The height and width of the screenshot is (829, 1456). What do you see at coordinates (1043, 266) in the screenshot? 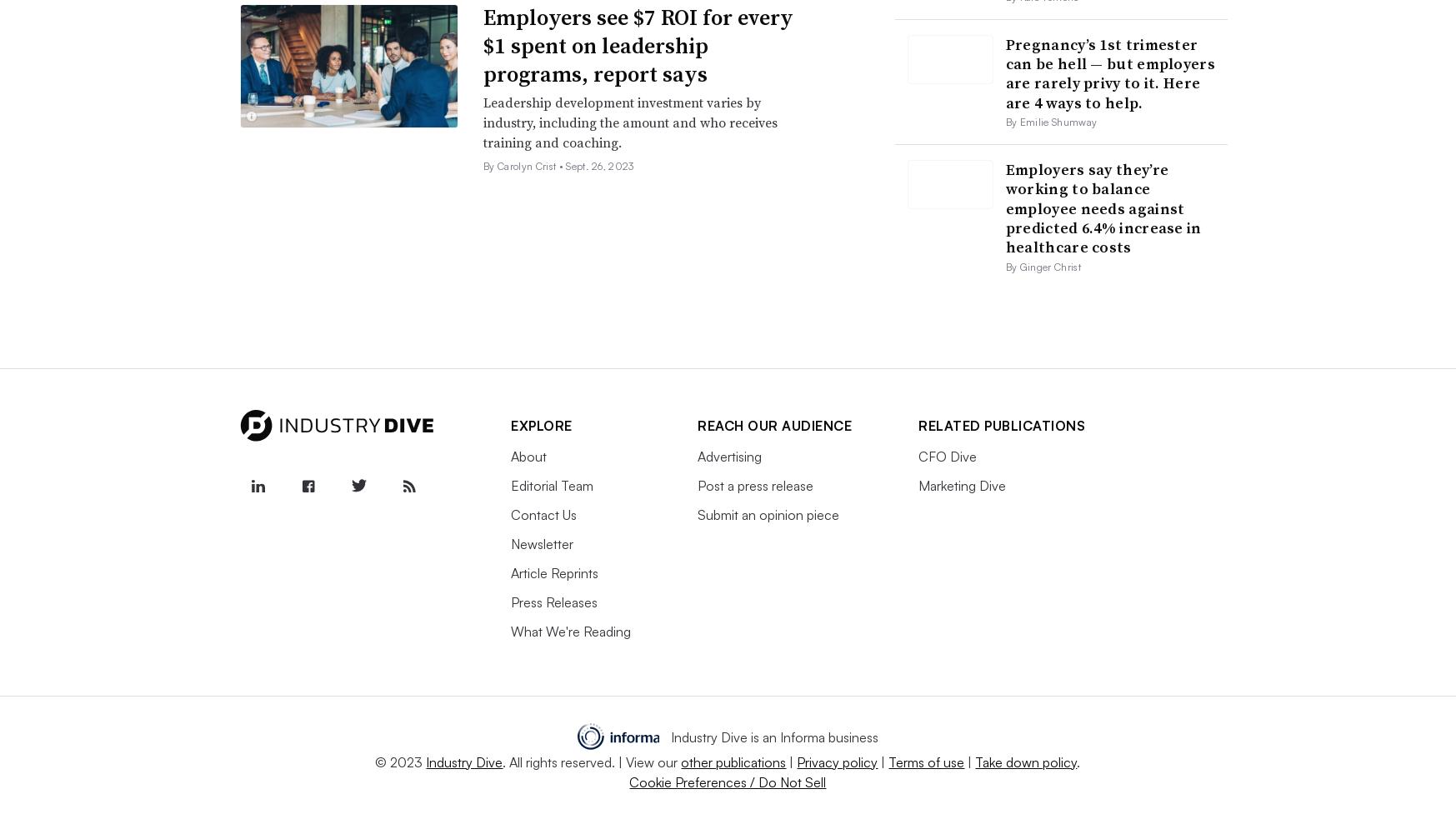
I see `'By Ginger Christ'` at bounding box center [1043, 266].